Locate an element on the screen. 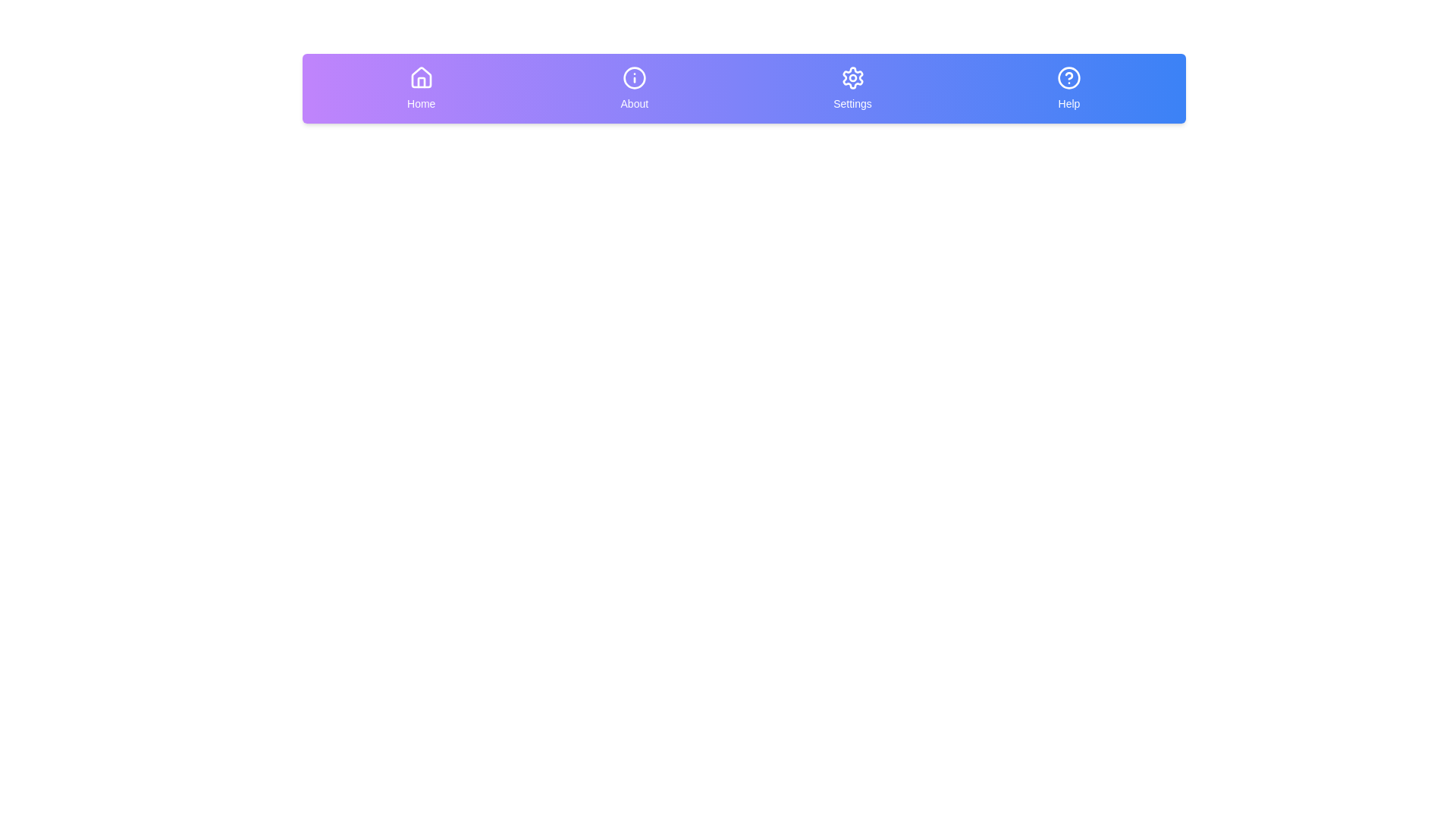 The width and height of the screenshot is (1456, 819). the Help SVG icon located in the navigation bar is located at coordinates (1068, 78).